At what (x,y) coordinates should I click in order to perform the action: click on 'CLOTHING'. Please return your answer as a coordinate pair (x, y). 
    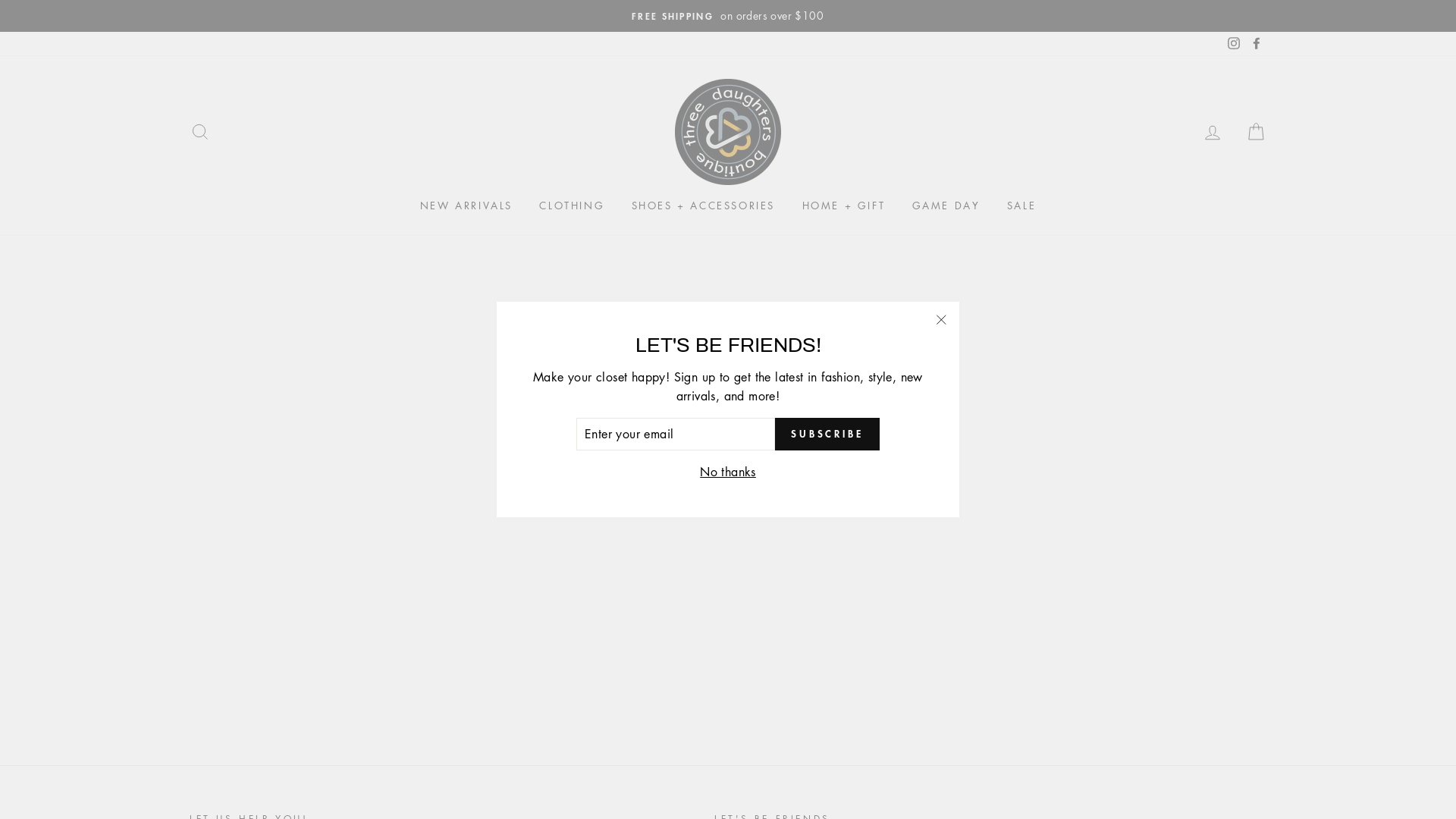
    Looking at the image, I should click on (570, 206).